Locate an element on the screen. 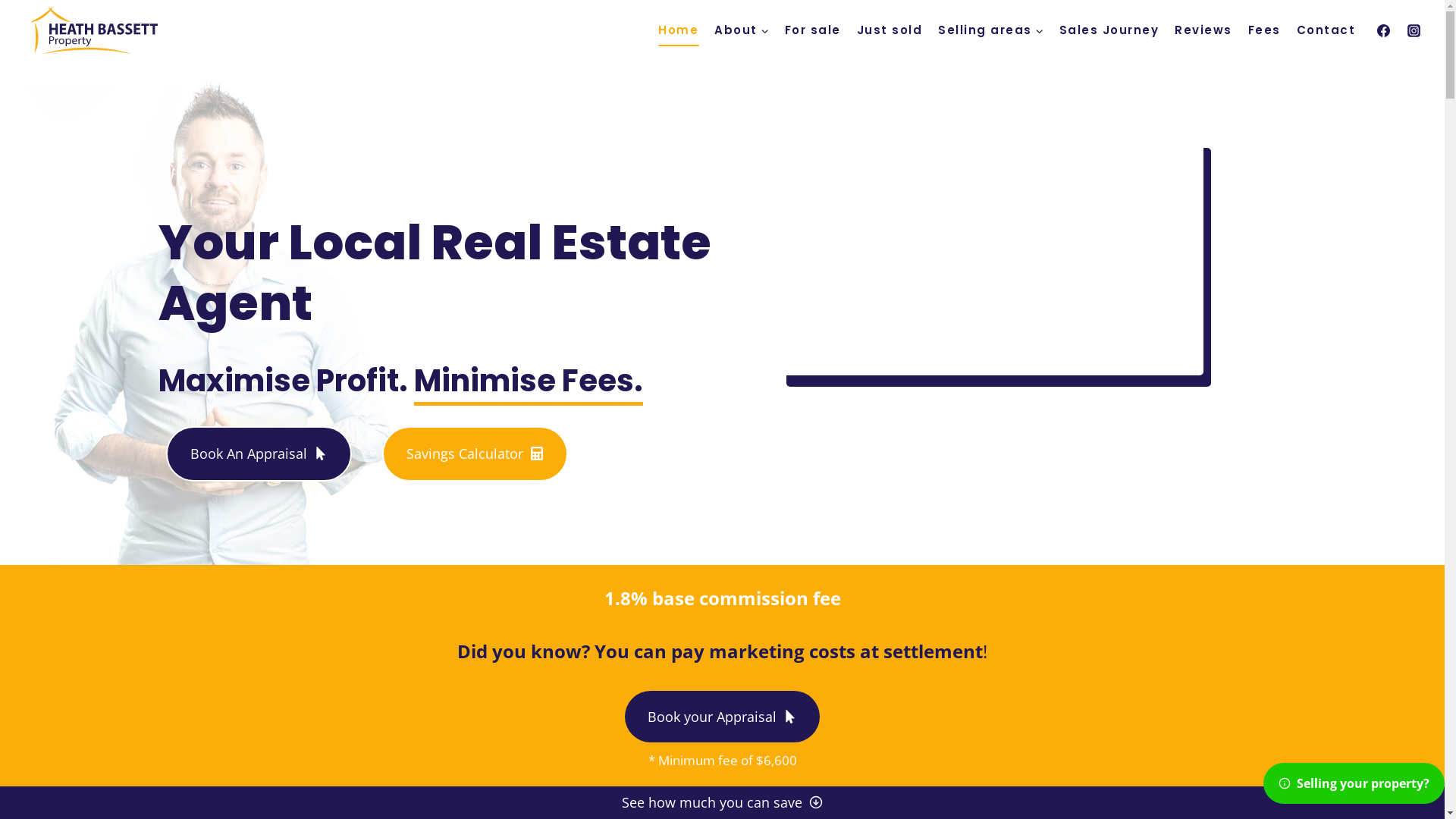 The width and height of the screenshot is (1456, 819). 'Sales Journey' is located at coordinates (1109, 30).